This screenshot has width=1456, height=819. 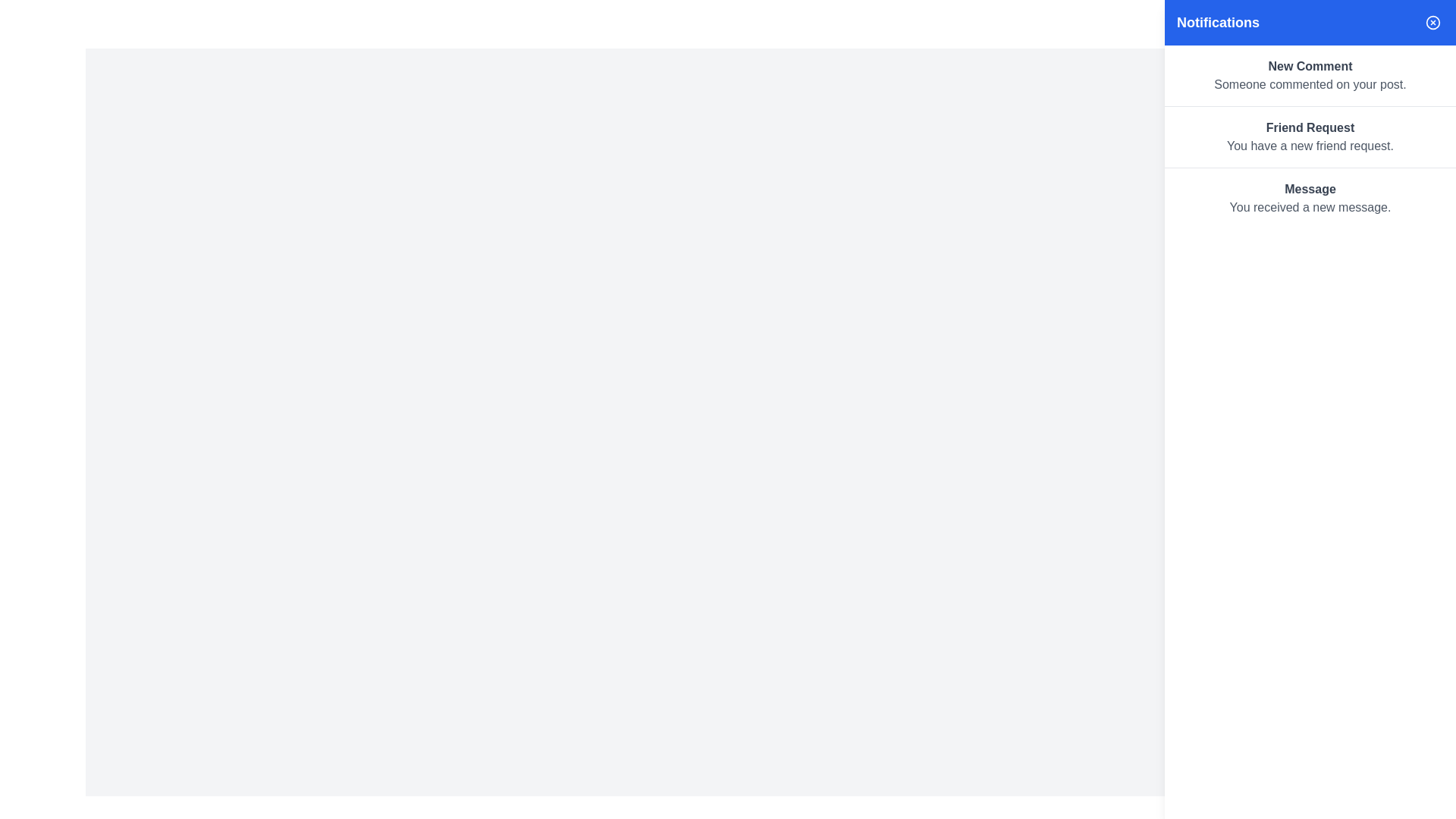 I want to click on the SVG circle element located at the top-right corner of the Notifications panel, which is part of the close icon, so click(x=1432, y=23).